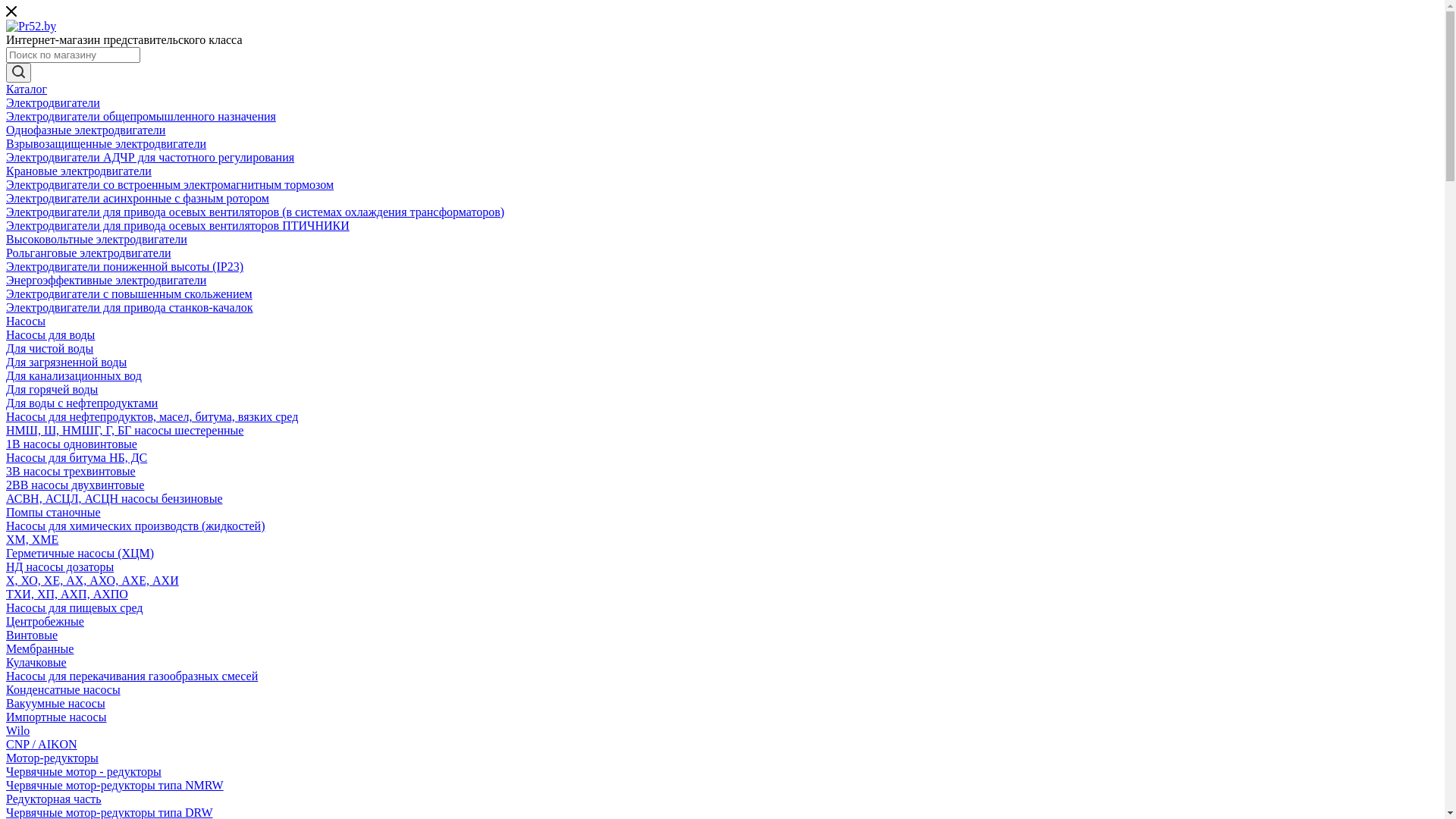  I want to click on 'CNP / AIKON', so click(41, 743).